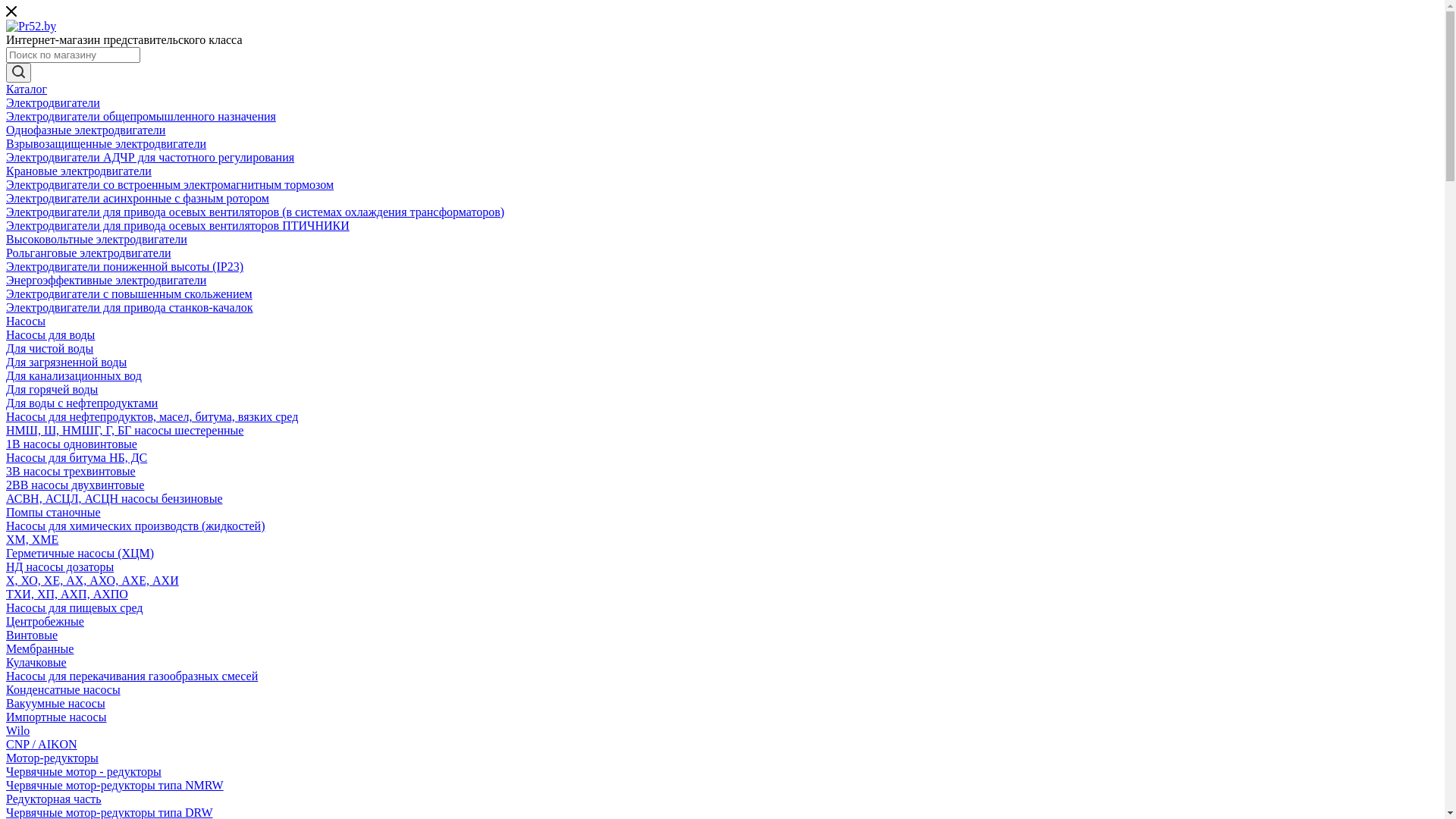  I want to click on 'CNP / AIKON', so click(41, 743).